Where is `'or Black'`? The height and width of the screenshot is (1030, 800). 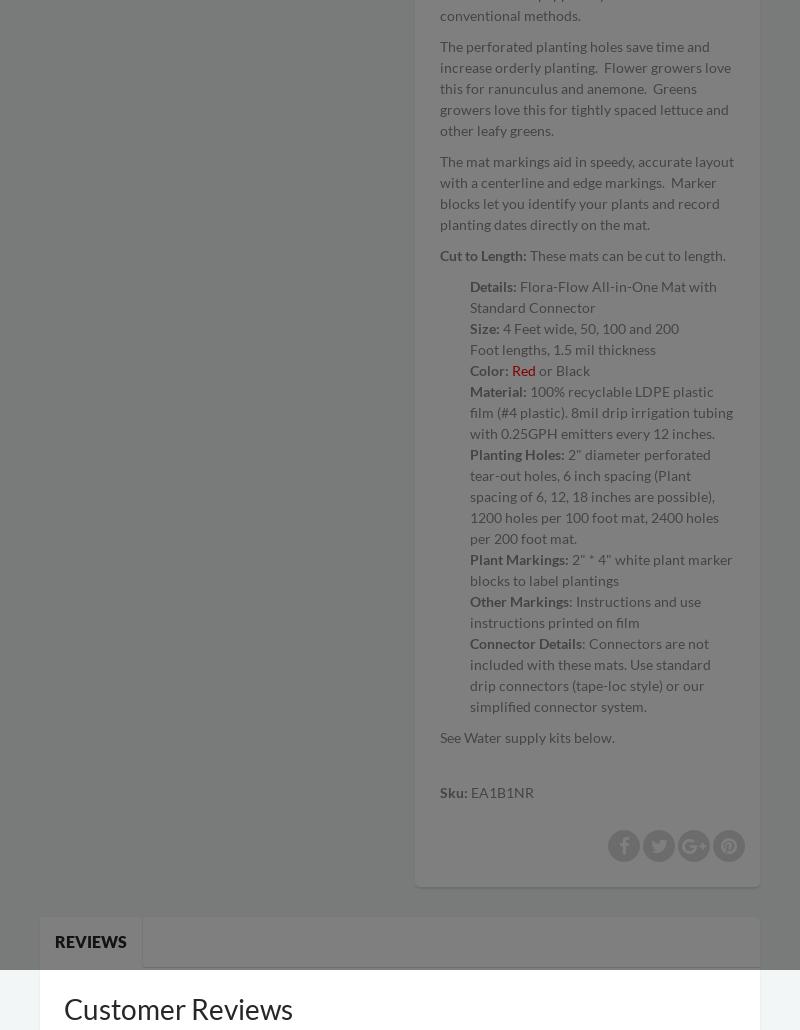 'or Black' is located at coordinates (563, 370).